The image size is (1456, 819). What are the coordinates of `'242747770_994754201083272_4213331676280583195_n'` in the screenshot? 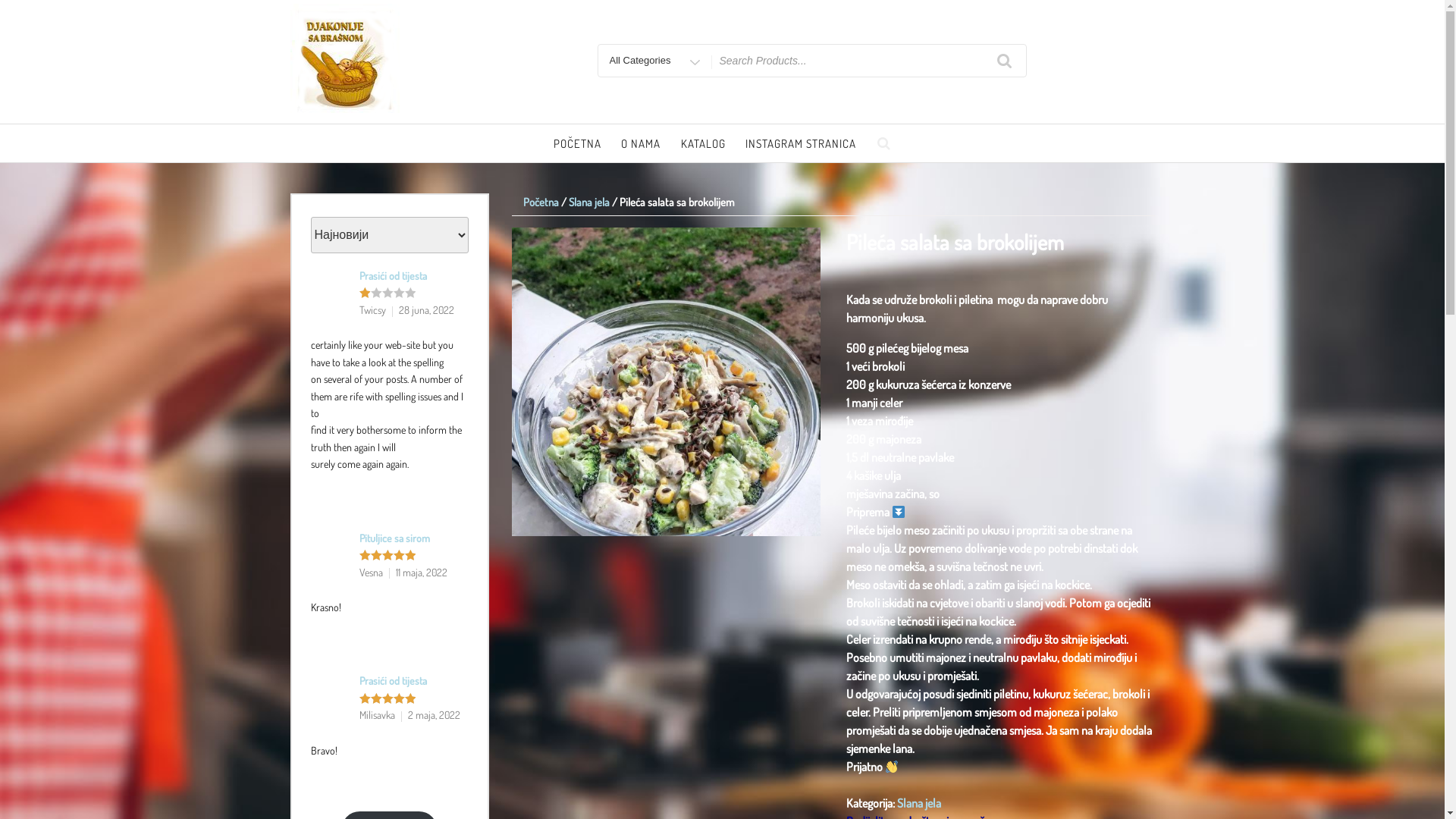 It's located at (666, 381).